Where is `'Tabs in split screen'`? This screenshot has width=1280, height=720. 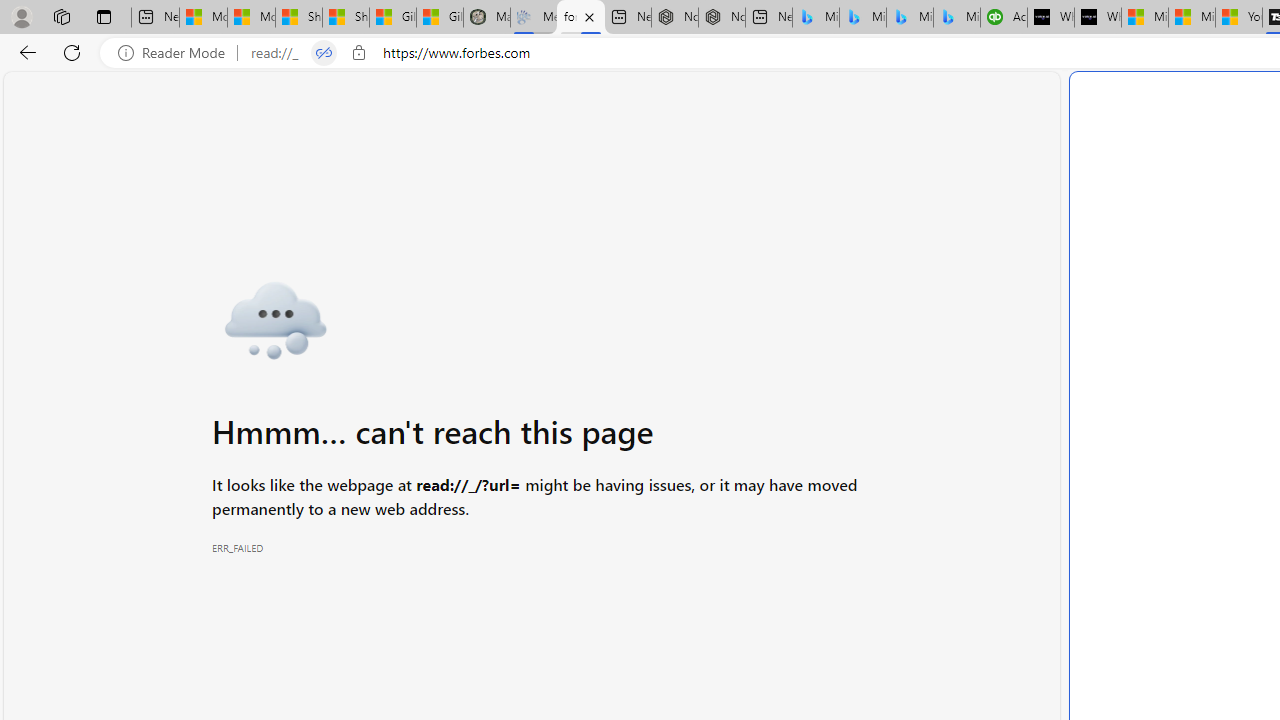 'Tabs in split screen' is located at coordinates (323, 52).